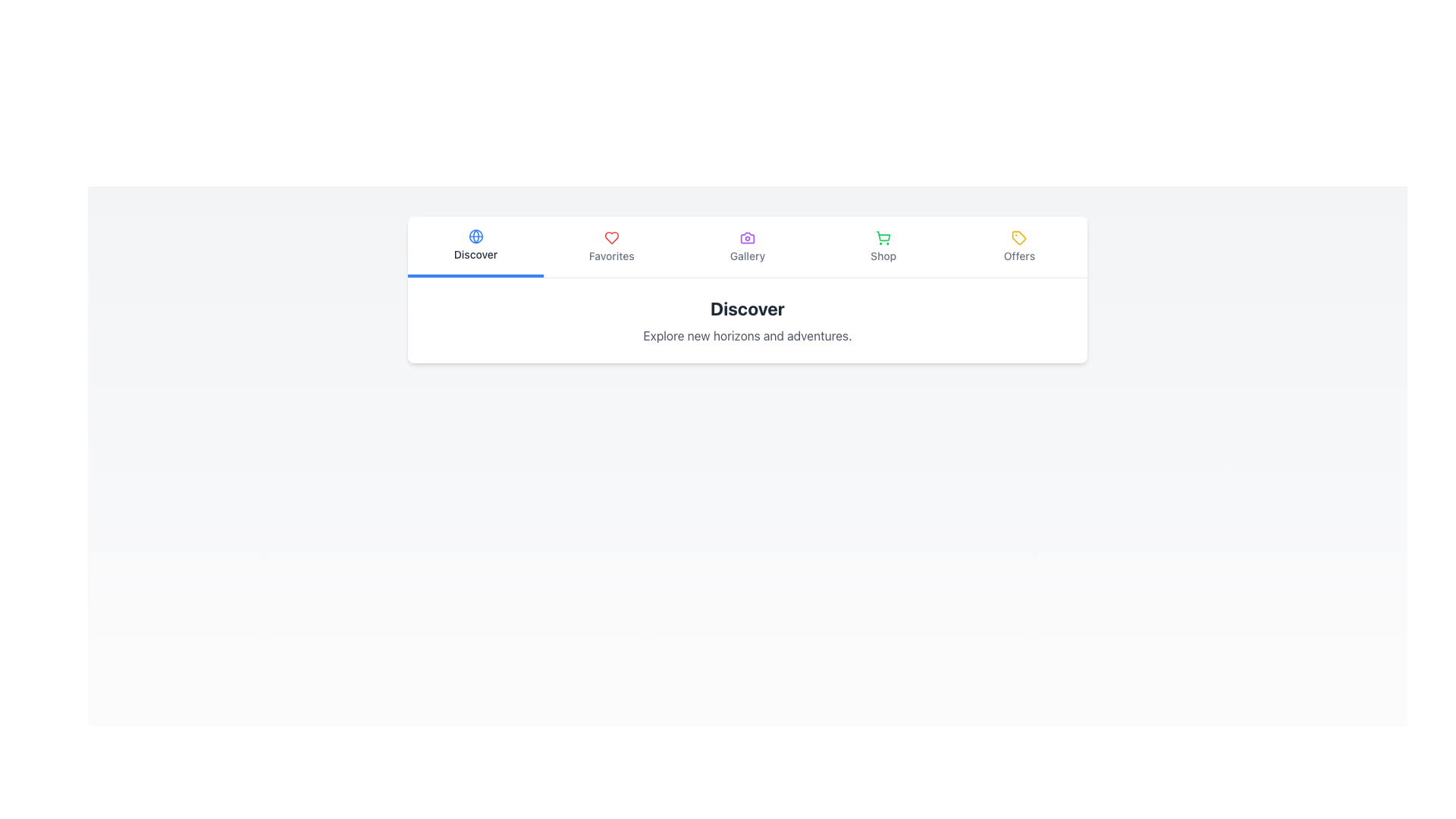 The width and height of the screenshot is (1456, 819). I want to click on the circular graphic element with a blue outline located in the center of the globe icon, situated above the 'Discover' label, so click(475, 237).